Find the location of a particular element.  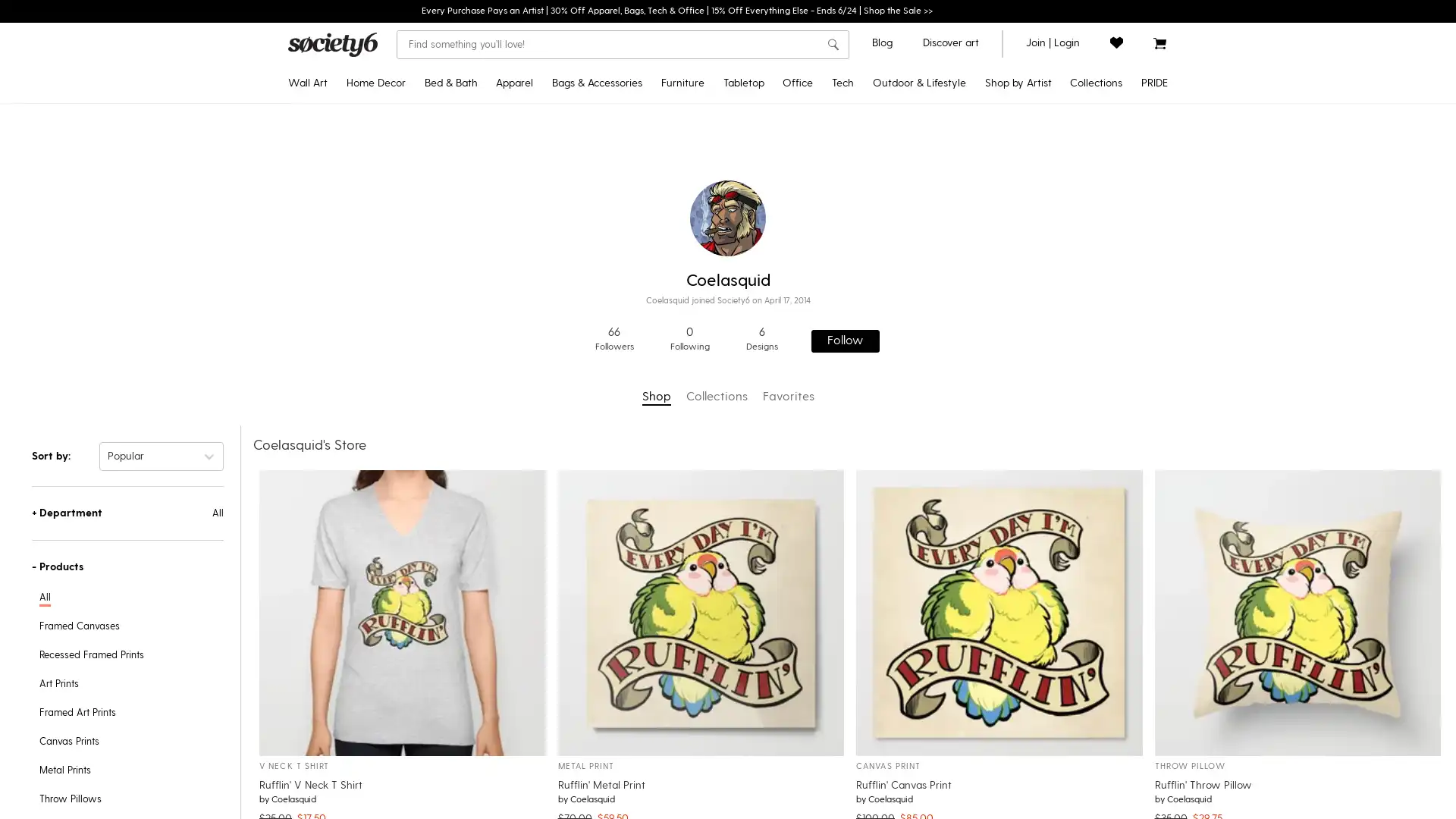

Water Bottles is located at coordinates (771, 268).